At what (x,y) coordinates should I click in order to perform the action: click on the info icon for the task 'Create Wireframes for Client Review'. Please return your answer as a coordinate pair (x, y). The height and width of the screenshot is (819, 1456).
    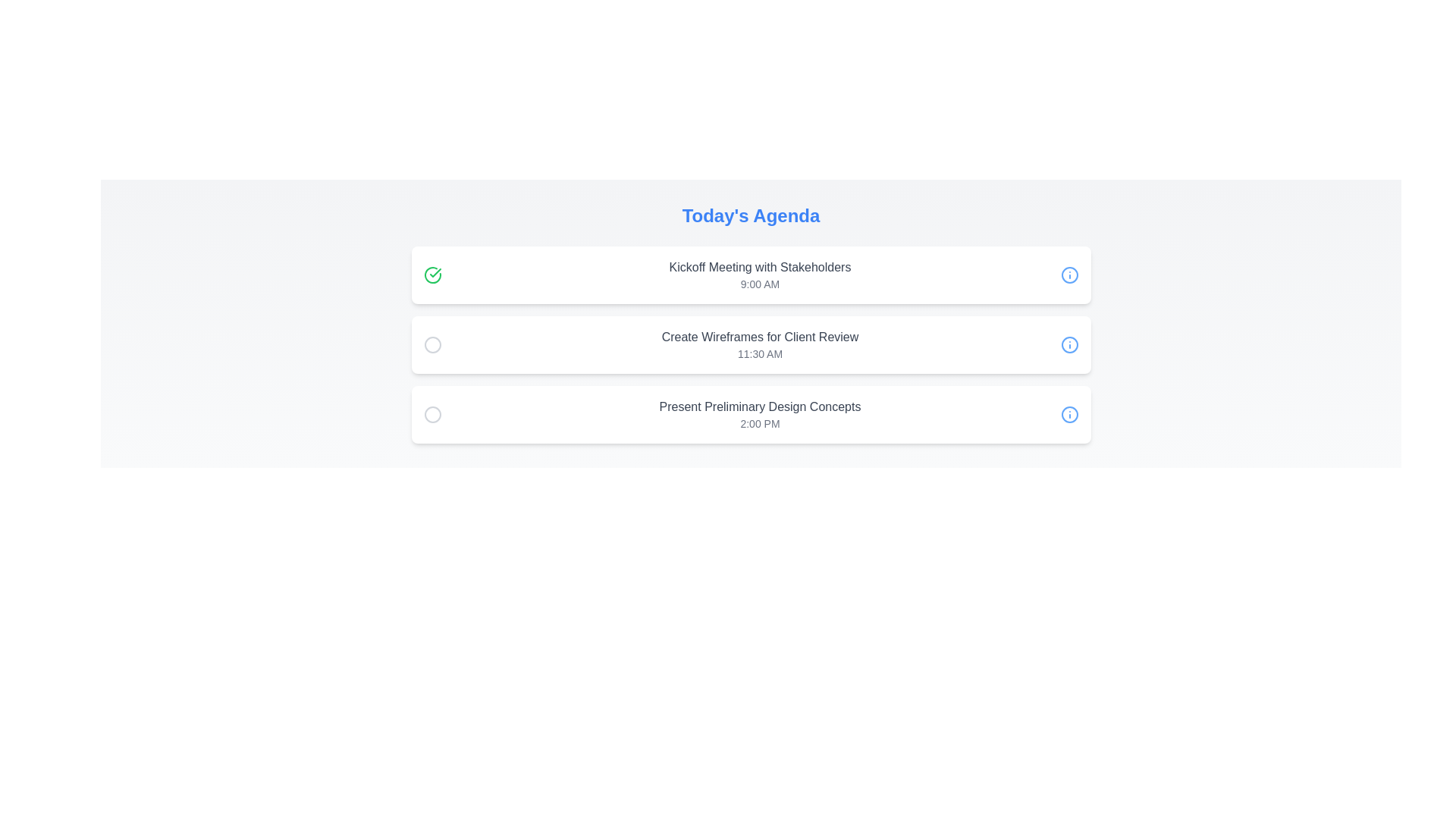
    Looking at the image, I should click on (1068, 345).